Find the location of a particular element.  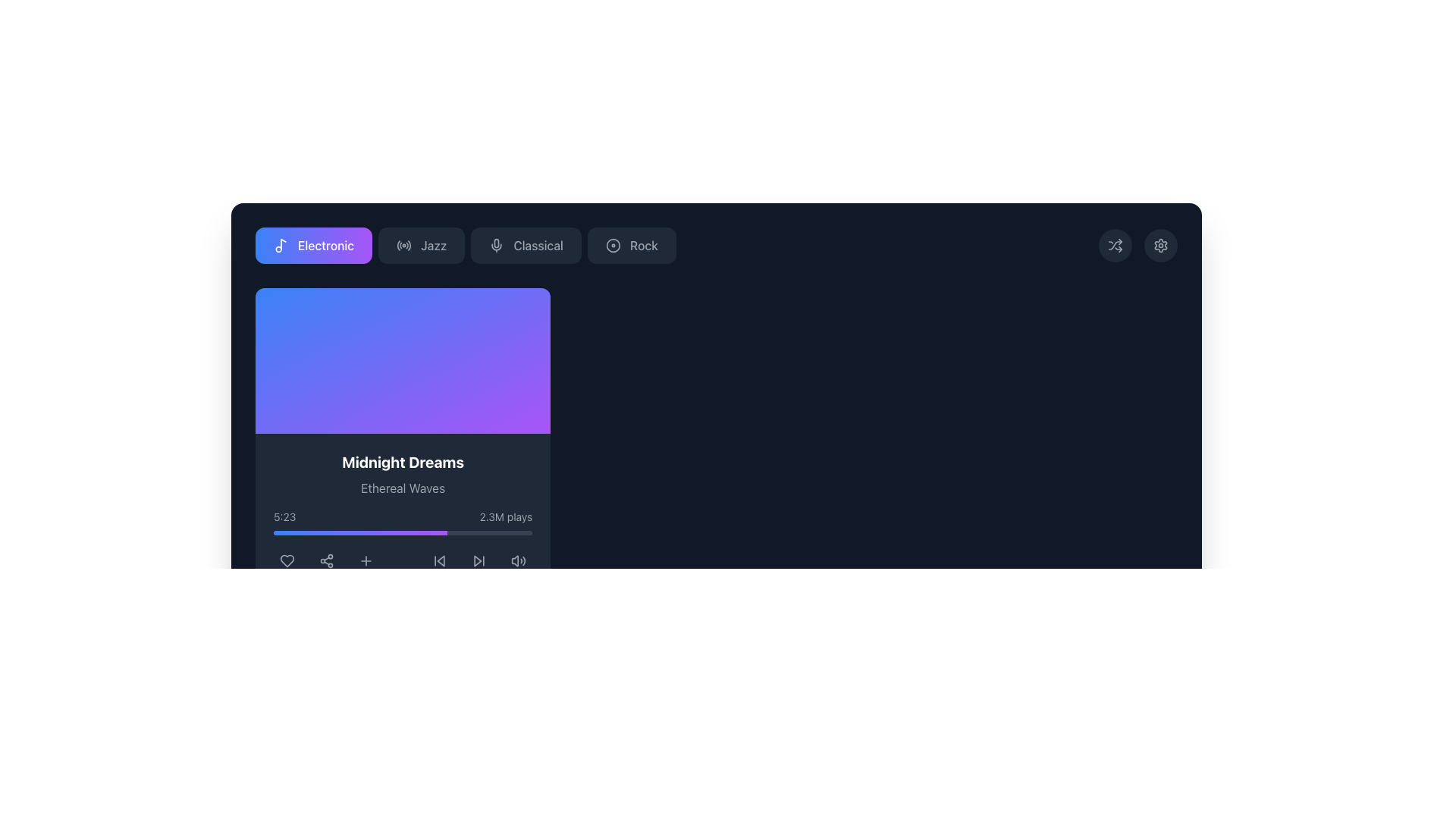

the first interactive button in the media control group is located at coordinates (439, 561).